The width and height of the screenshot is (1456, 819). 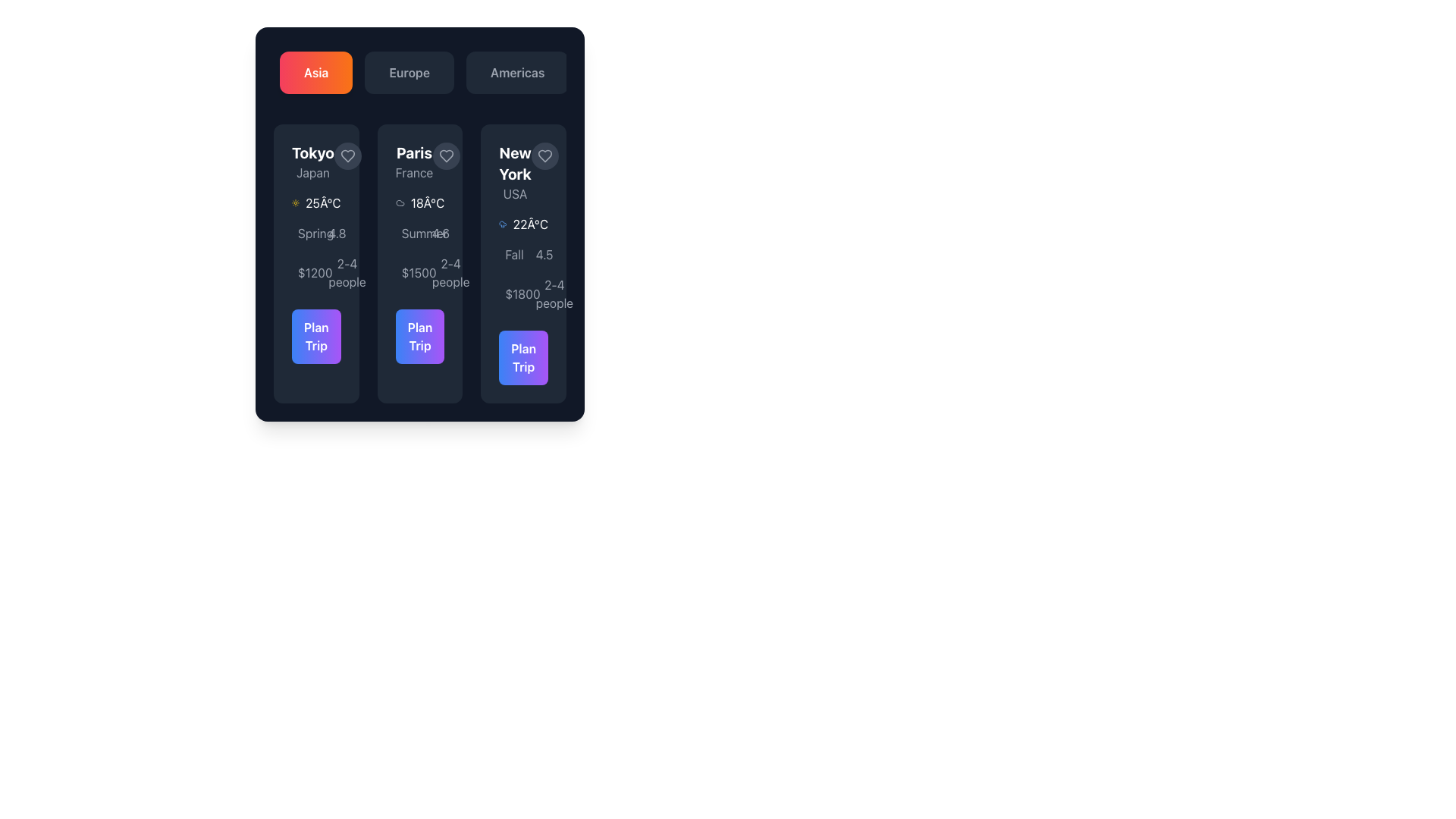 I want to click on text label indicating the name of a city destination, located in the third column above the text 'USA', so click(x=515, y=164).